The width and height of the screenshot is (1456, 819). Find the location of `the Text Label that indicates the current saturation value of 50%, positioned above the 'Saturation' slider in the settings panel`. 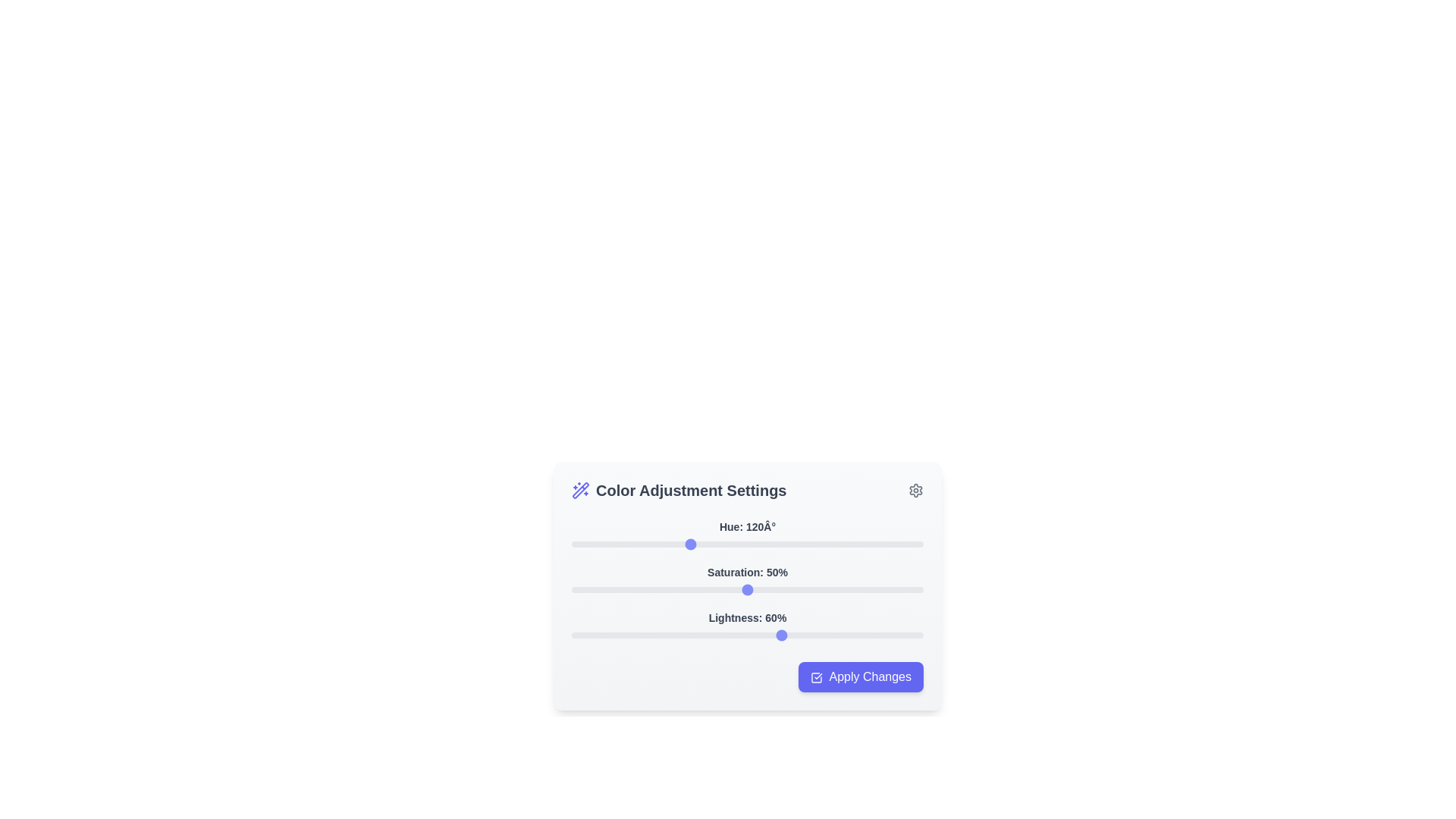

the Text Label that indicates the current saturation value of 50%, positioned above the 'Saturation' slider in the settings panel is located at coordinates (747, 573).